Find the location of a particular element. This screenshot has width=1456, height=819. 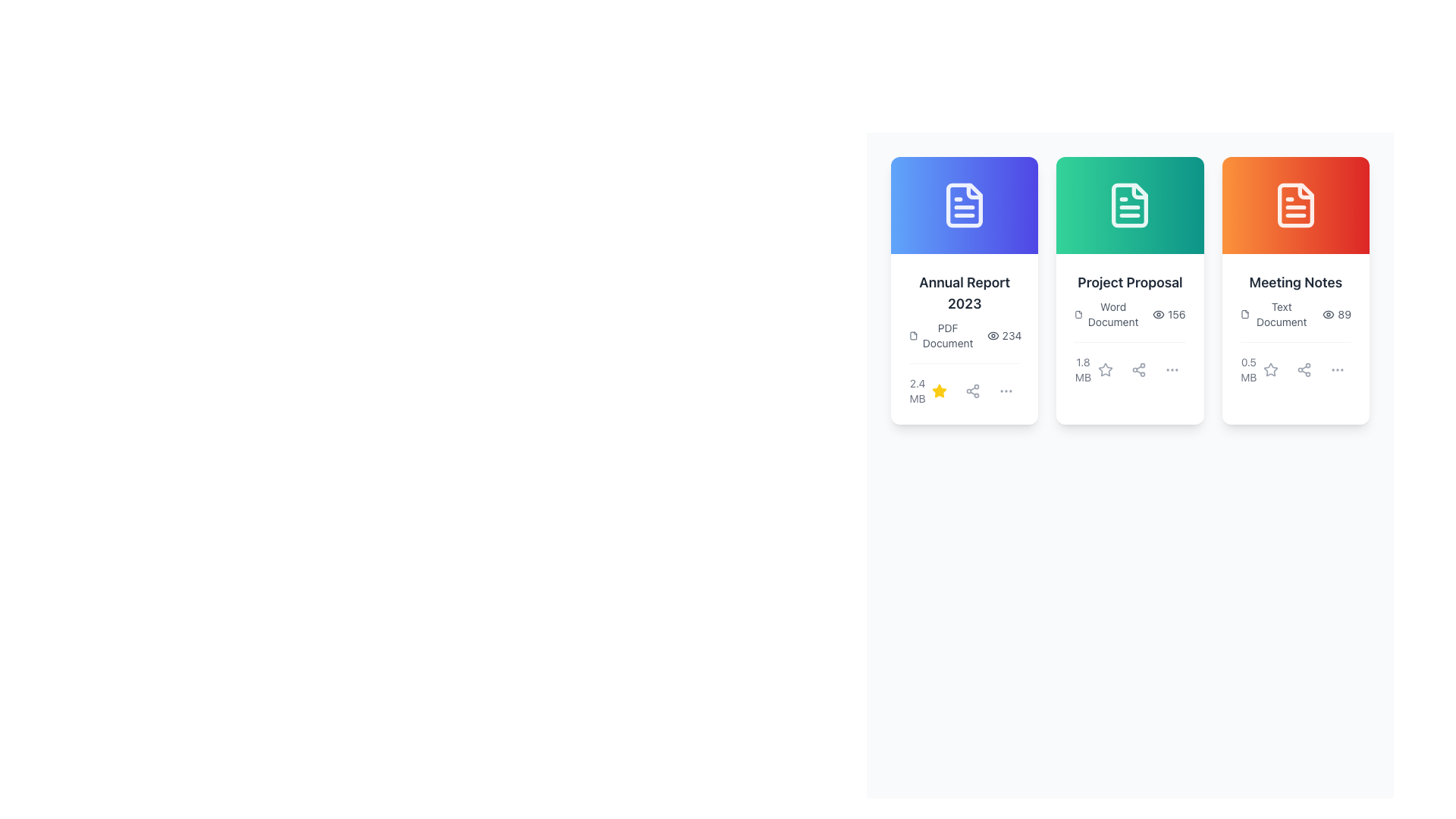

text label that displays 'Project Proposal' in bold dark gray font located on the middle card with a green background is located at coordinates (1130, 283).